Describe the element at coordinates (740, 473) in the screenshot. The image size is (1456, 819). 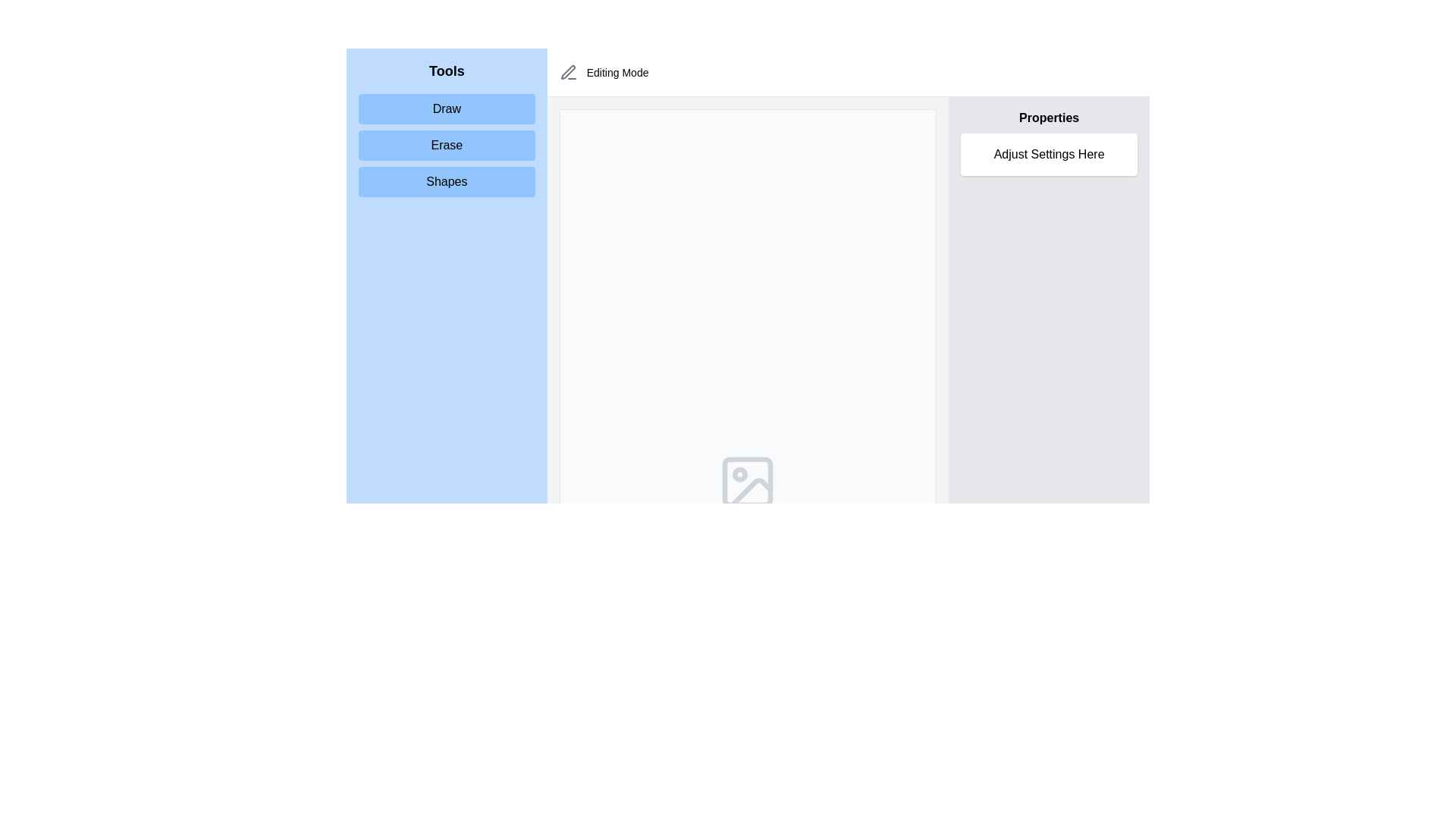
I see `the small decorative circle located inside the larger image icon at the lower-central region of the interface` at that location.